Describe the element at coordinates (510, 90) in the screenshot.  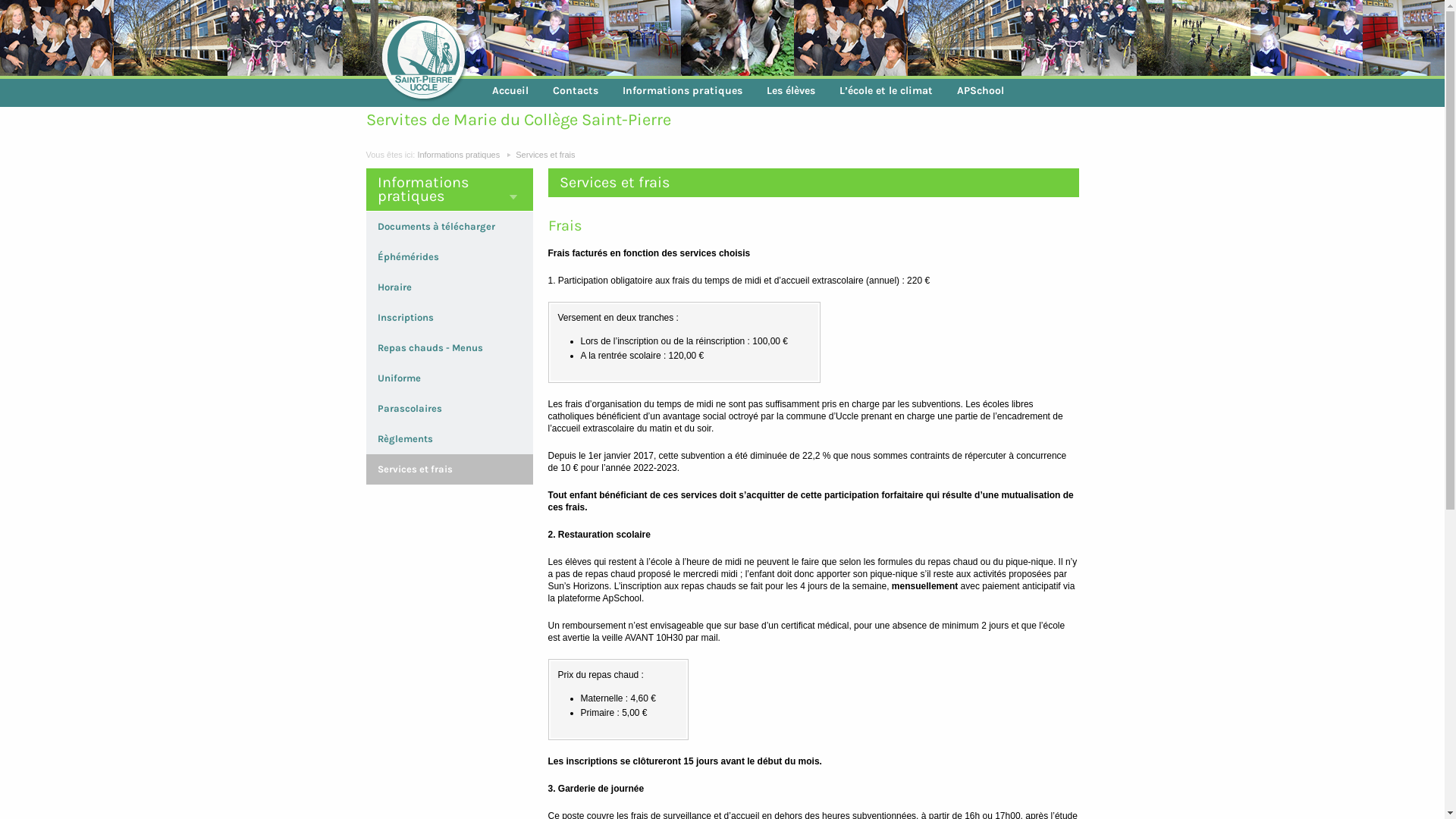
I see `'Accueil'` at that location.